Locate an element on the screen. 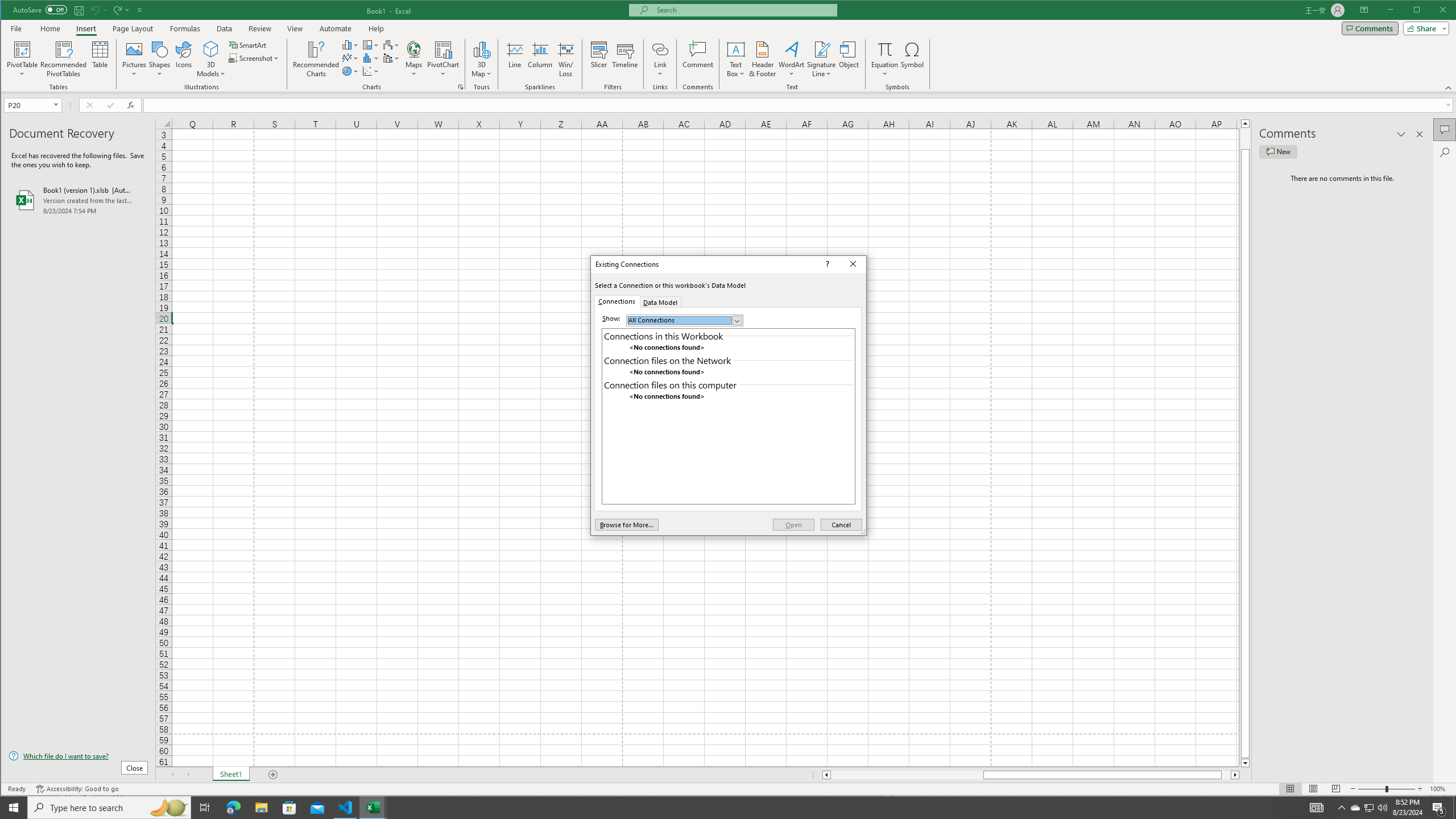 The image size is (1456, 819). 'Header & Footer...' is located at coordinates (763, 59).